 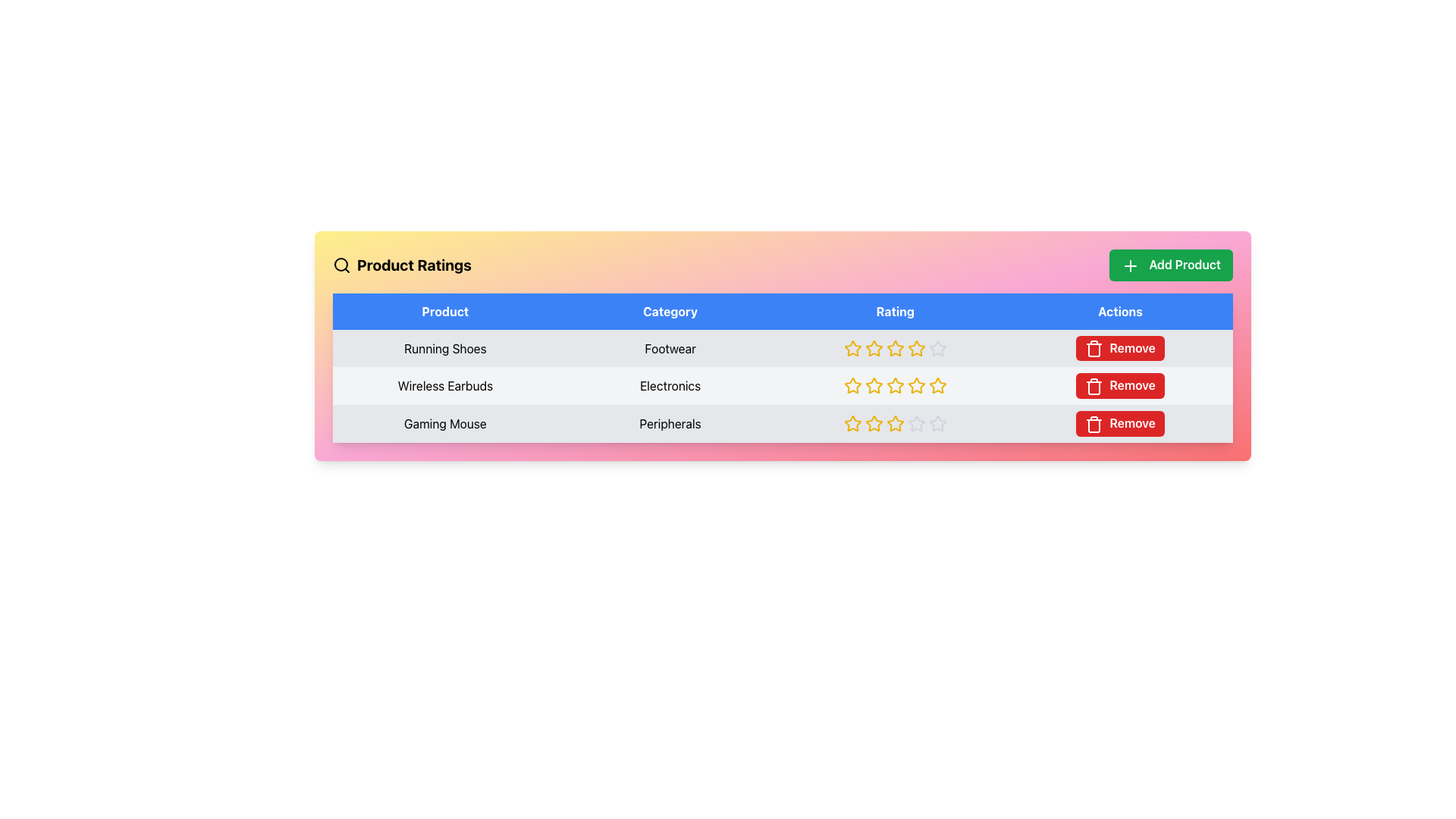 I want to click on the star icons in the rating display for the 'Gaming Mouse' product, so click(x=895, y=424).